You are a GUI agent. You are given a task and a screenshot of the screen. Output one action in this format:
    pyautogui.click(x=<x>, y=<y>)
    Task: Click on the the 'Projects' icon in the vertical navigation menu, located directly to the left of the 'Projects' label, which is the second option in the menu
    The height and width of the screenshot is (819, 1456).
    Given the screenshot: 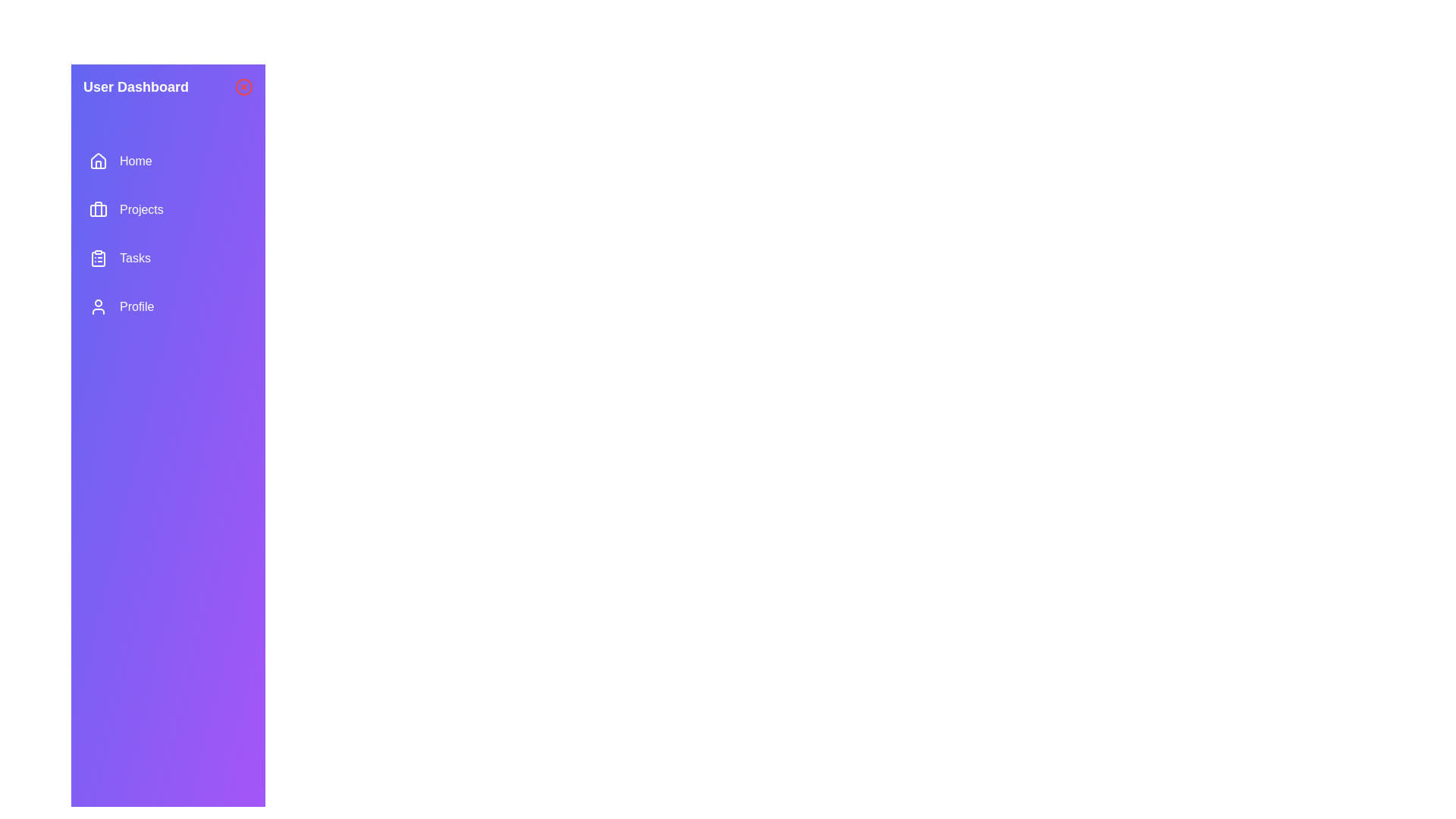 What is the action you would take?
    pyautogui.click(x=97, y=210)
    